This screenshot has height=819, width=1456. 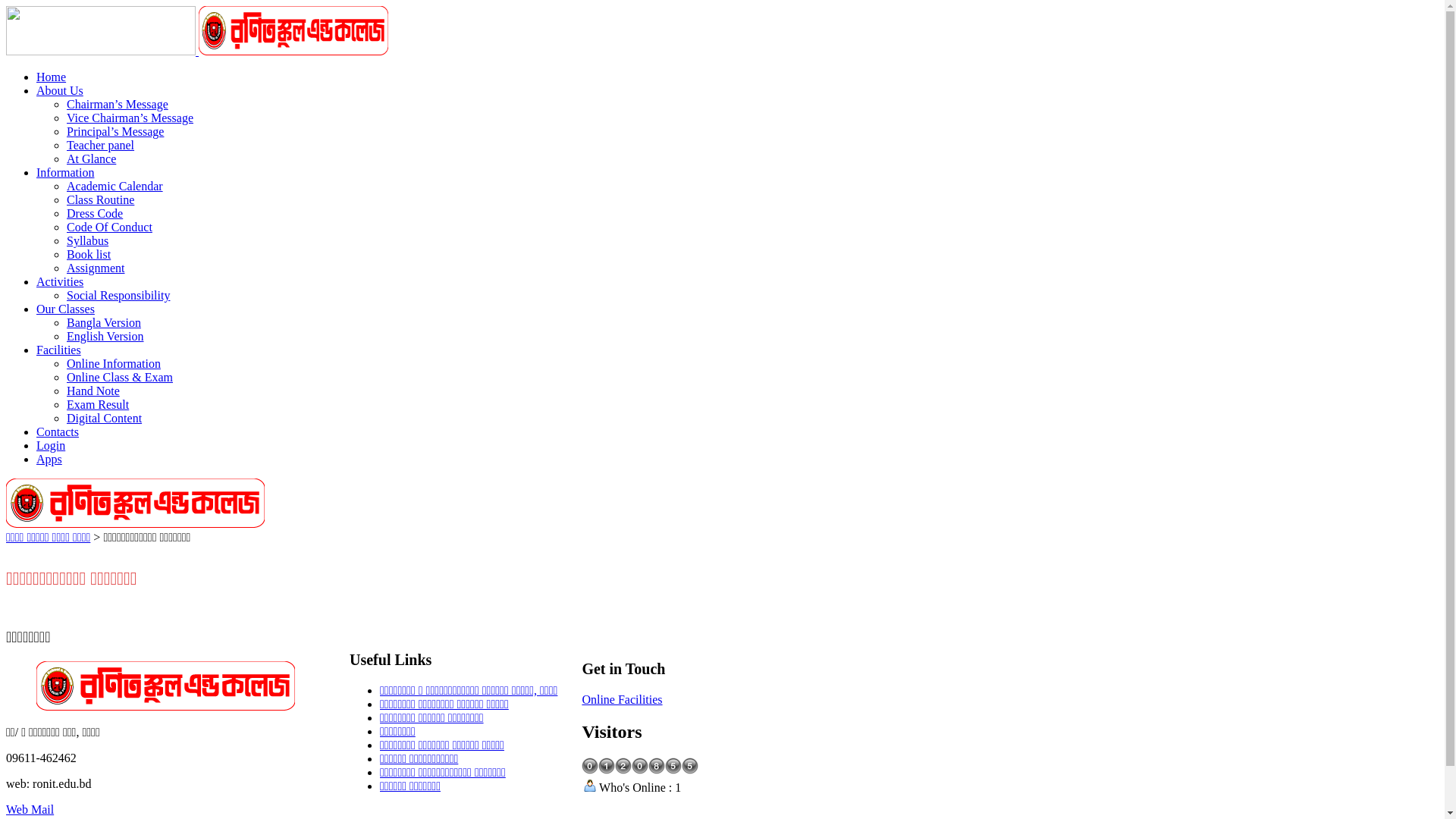 I want to click on 'Apps', so click(x=49, y=458).